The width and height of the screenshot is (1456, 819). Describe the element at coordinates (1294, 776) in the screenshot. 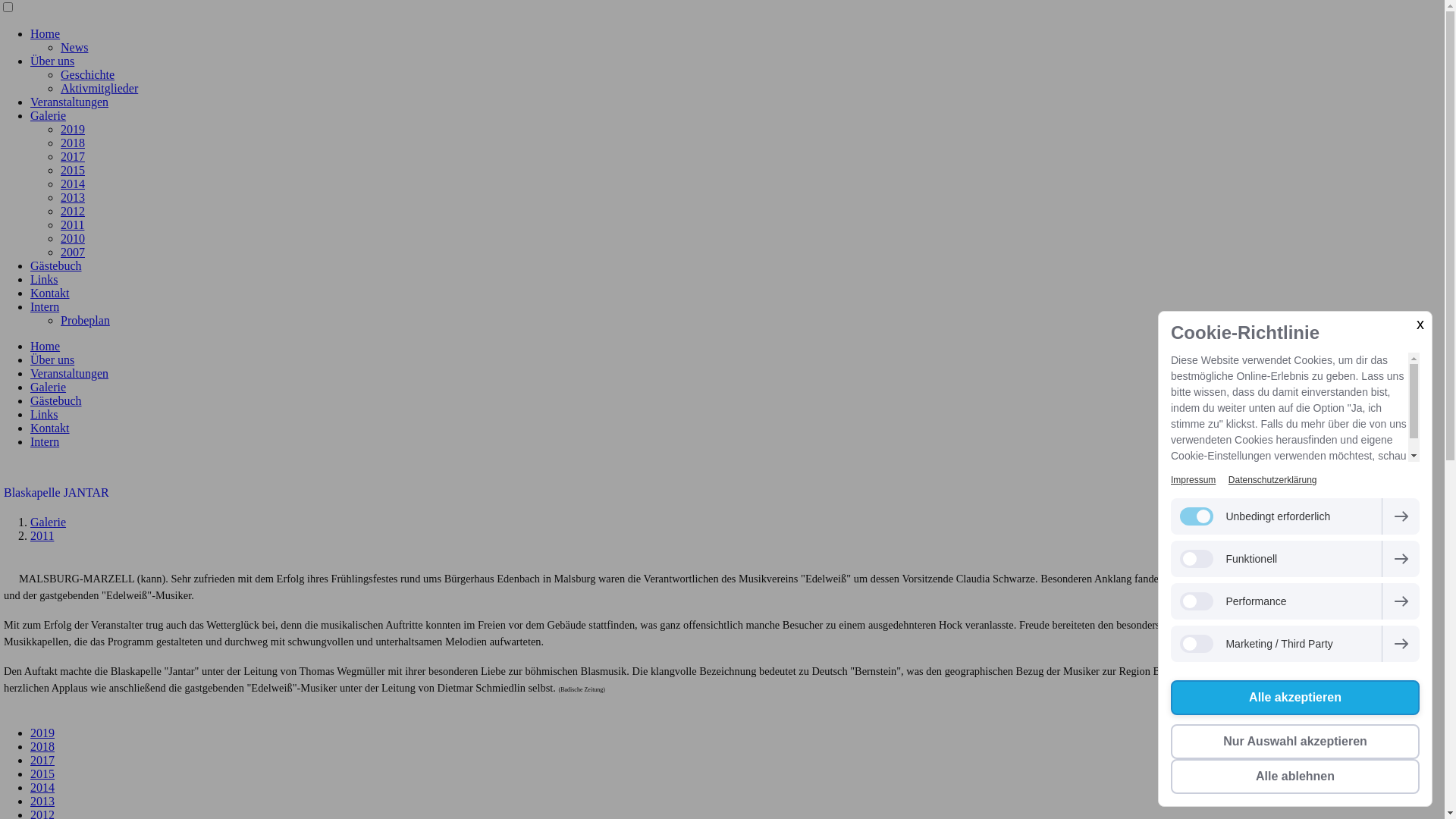

I see `'Alle ablehnen'` at that location.